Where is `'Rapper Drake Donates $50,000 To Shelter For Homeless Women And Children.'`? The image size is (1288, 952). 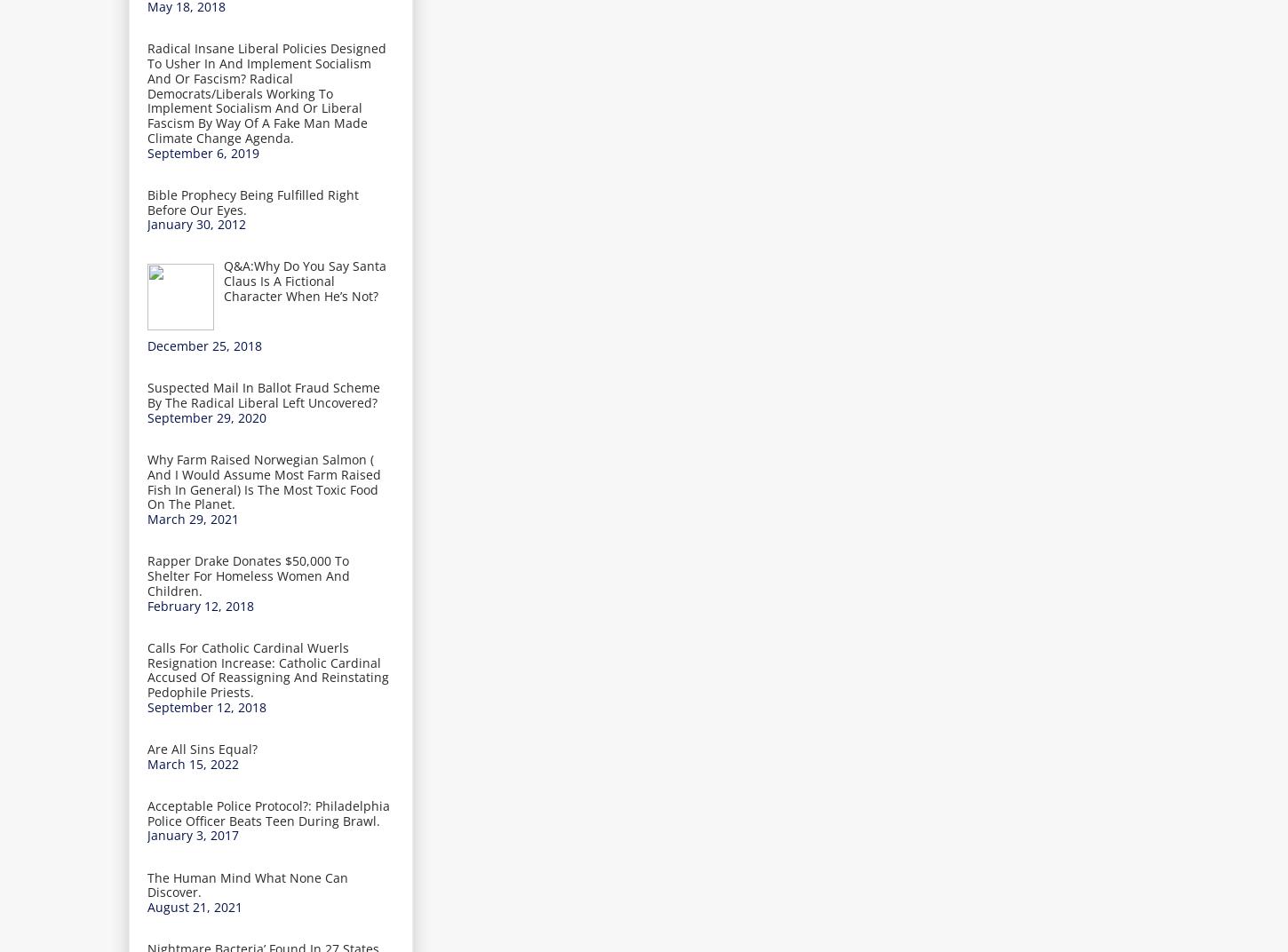
'Rapper Drake Donates $50,000 To Shelter For Homeless Women And Children.' is located at coordinates (147, 575).